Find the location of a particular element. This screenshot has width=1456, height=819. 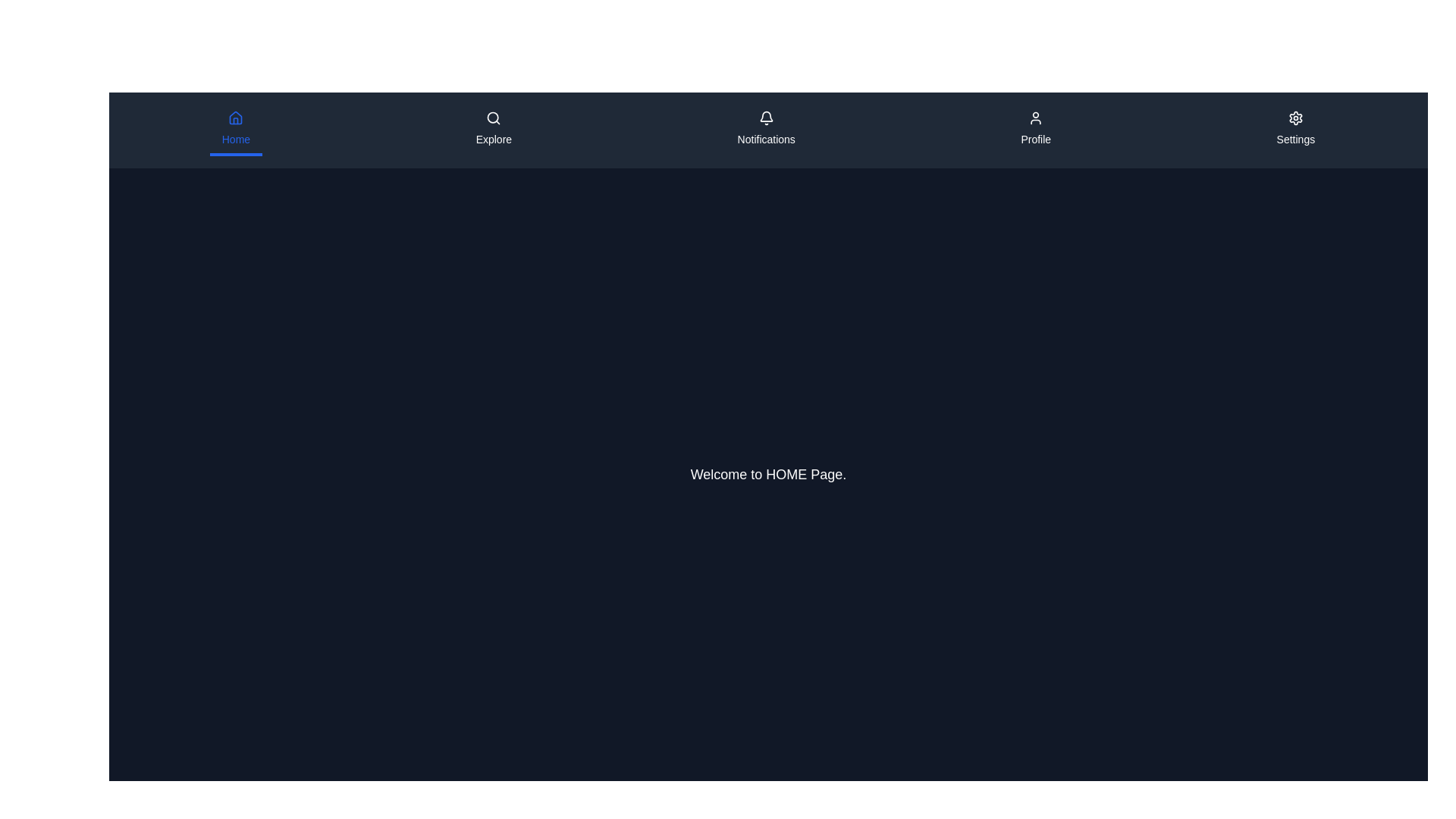

the magnifying glass icon representing the search functionality, which is part of the 'Explore' button in the navigation bar is located at coordinates (494, 117).